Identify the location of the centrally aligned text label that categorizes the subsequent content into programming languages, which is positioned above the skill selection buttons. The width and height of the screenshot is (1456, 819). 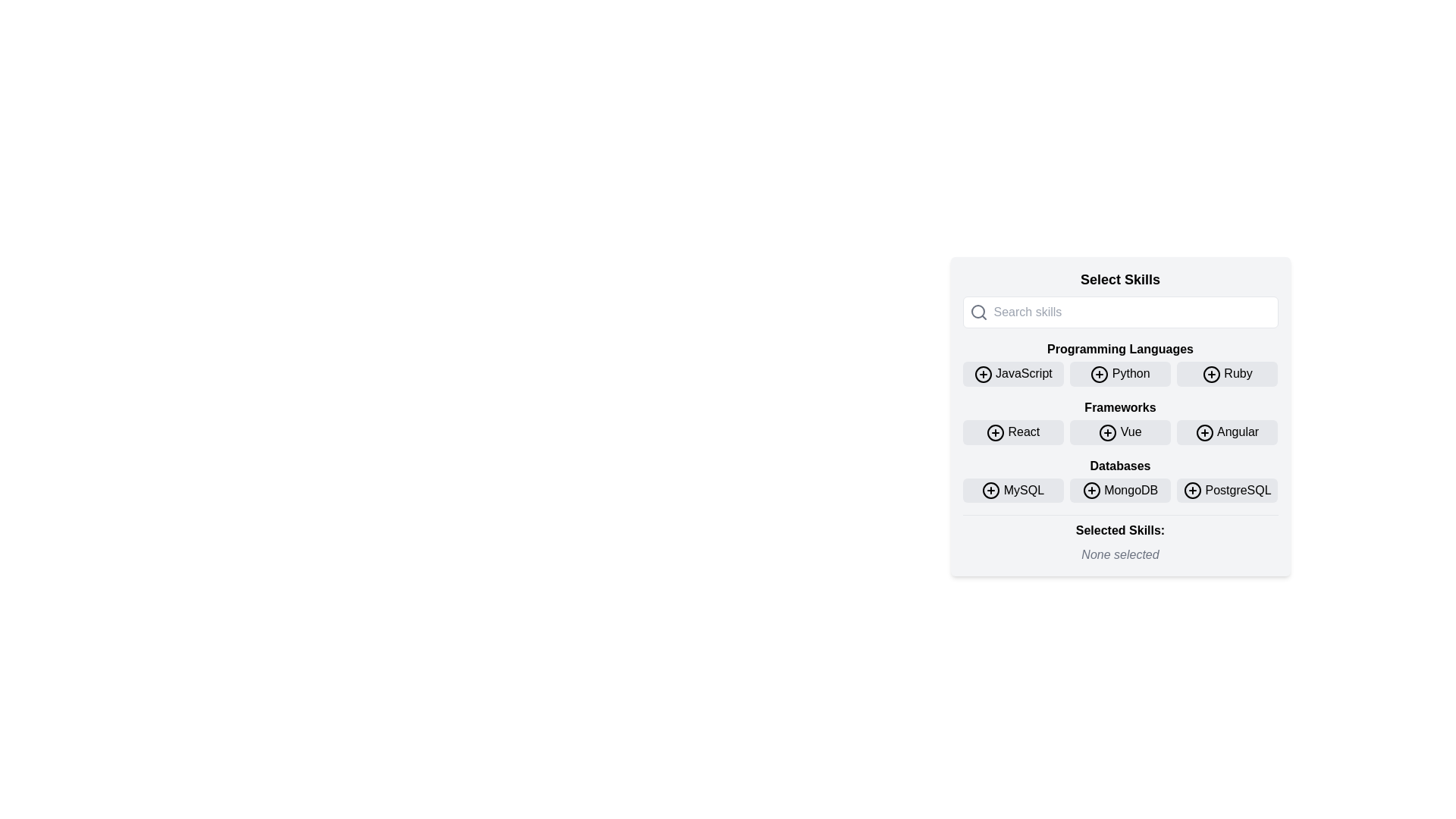
(1120, 350).